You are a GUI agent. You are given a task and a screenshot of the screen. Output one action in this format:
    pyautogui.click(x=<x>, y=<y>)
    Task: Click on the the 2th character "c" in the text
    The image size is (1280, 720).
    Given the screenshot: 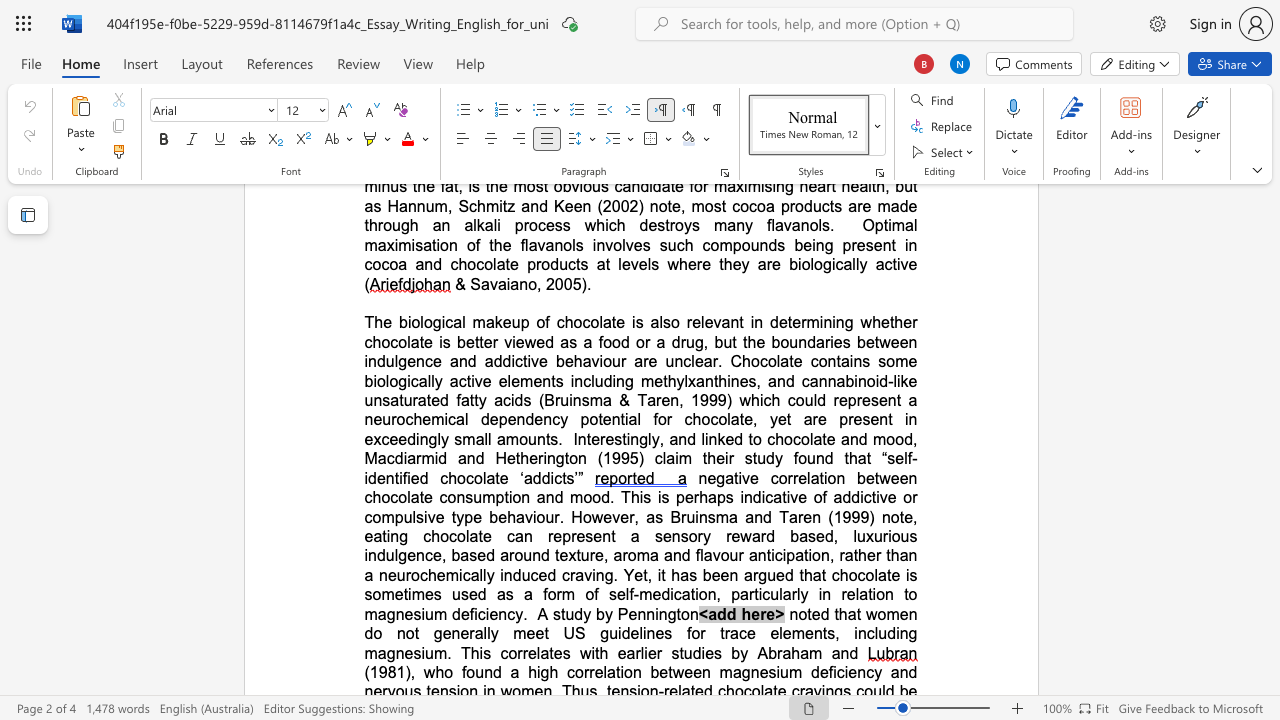 What is the action you would take?
    pyautogui.click(x=796, y=438)
    